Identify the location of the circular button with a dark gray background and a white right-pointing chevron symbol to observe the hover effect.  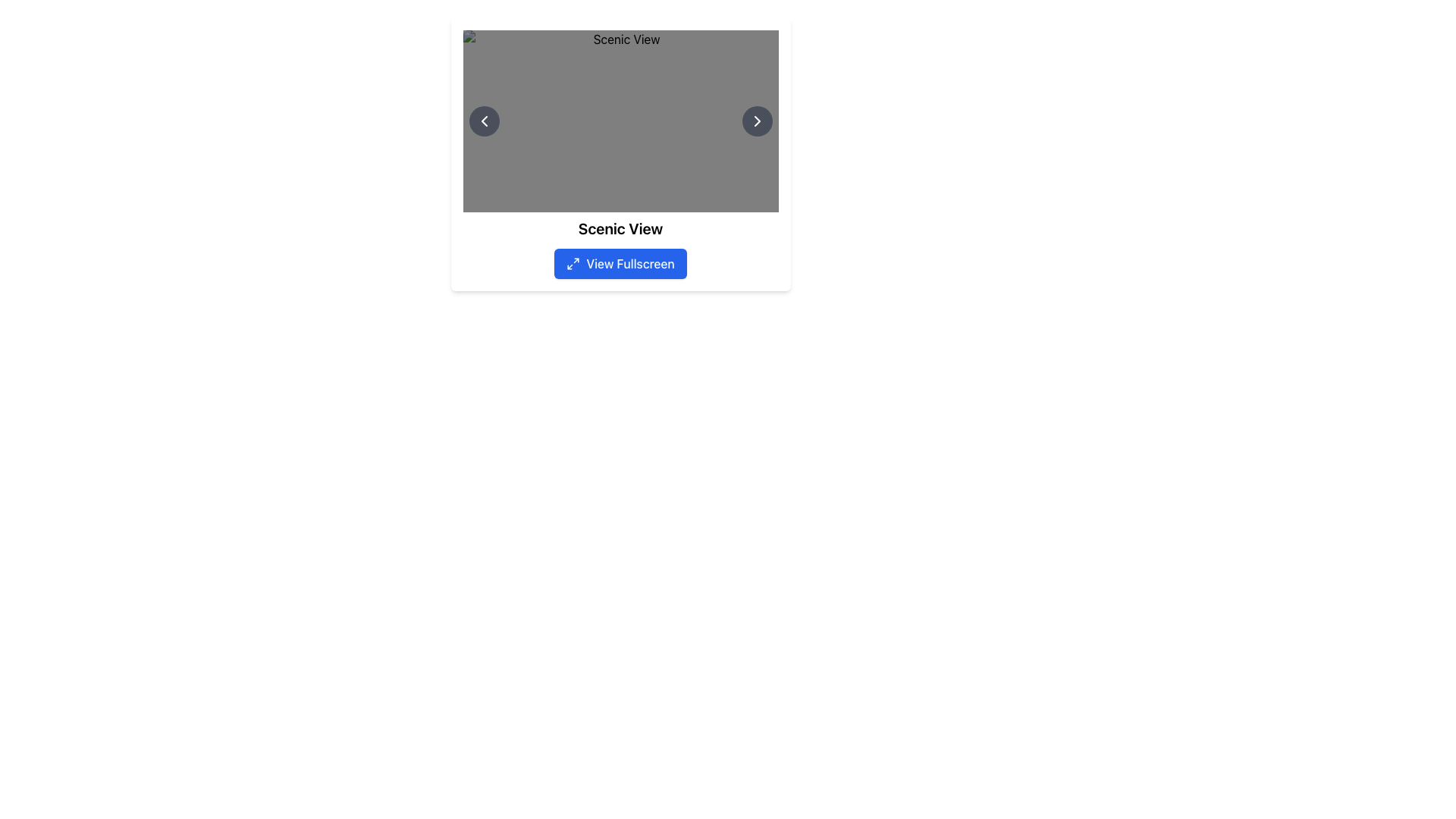
(757, 120).